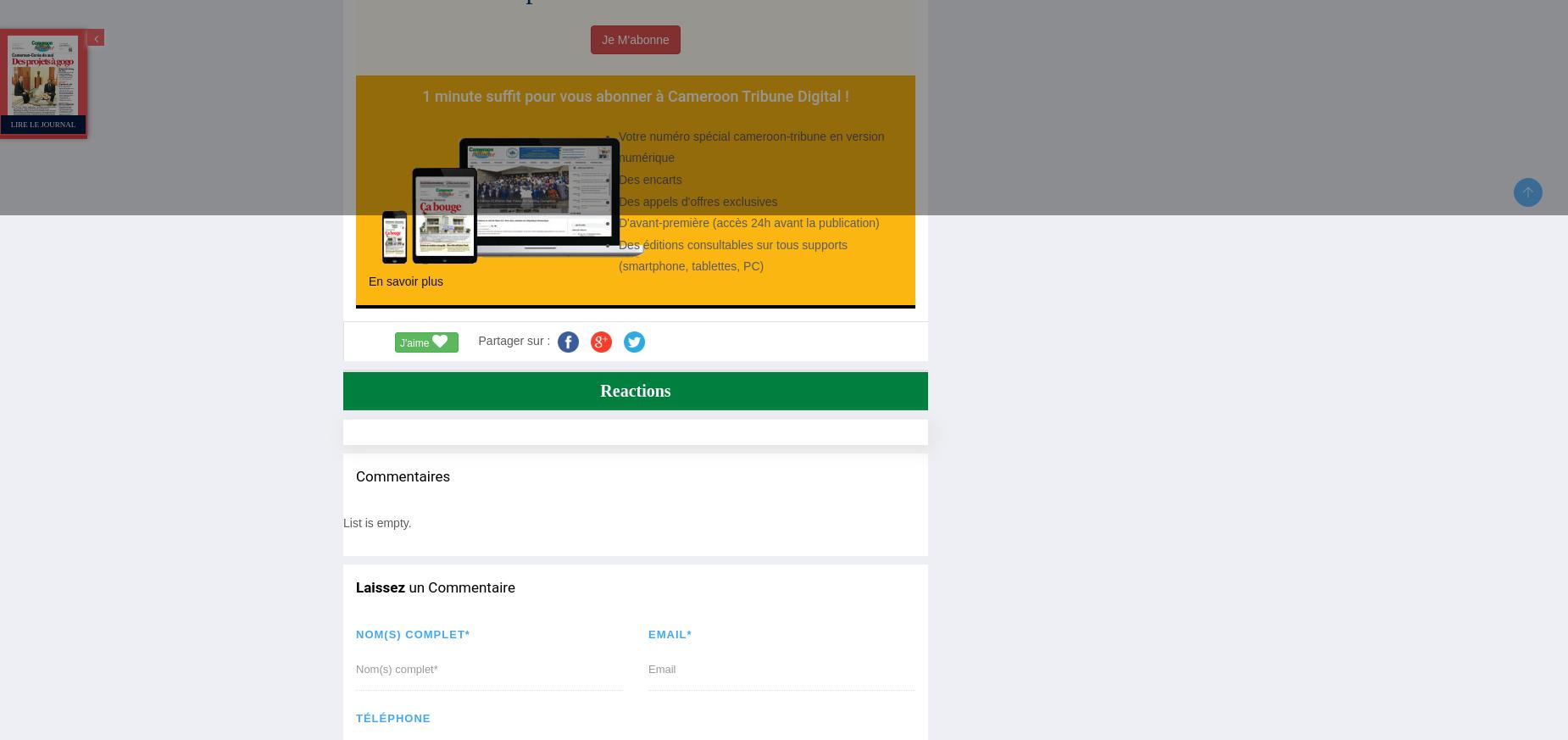  I want to click on 'Téléphone', so click(392, 718).